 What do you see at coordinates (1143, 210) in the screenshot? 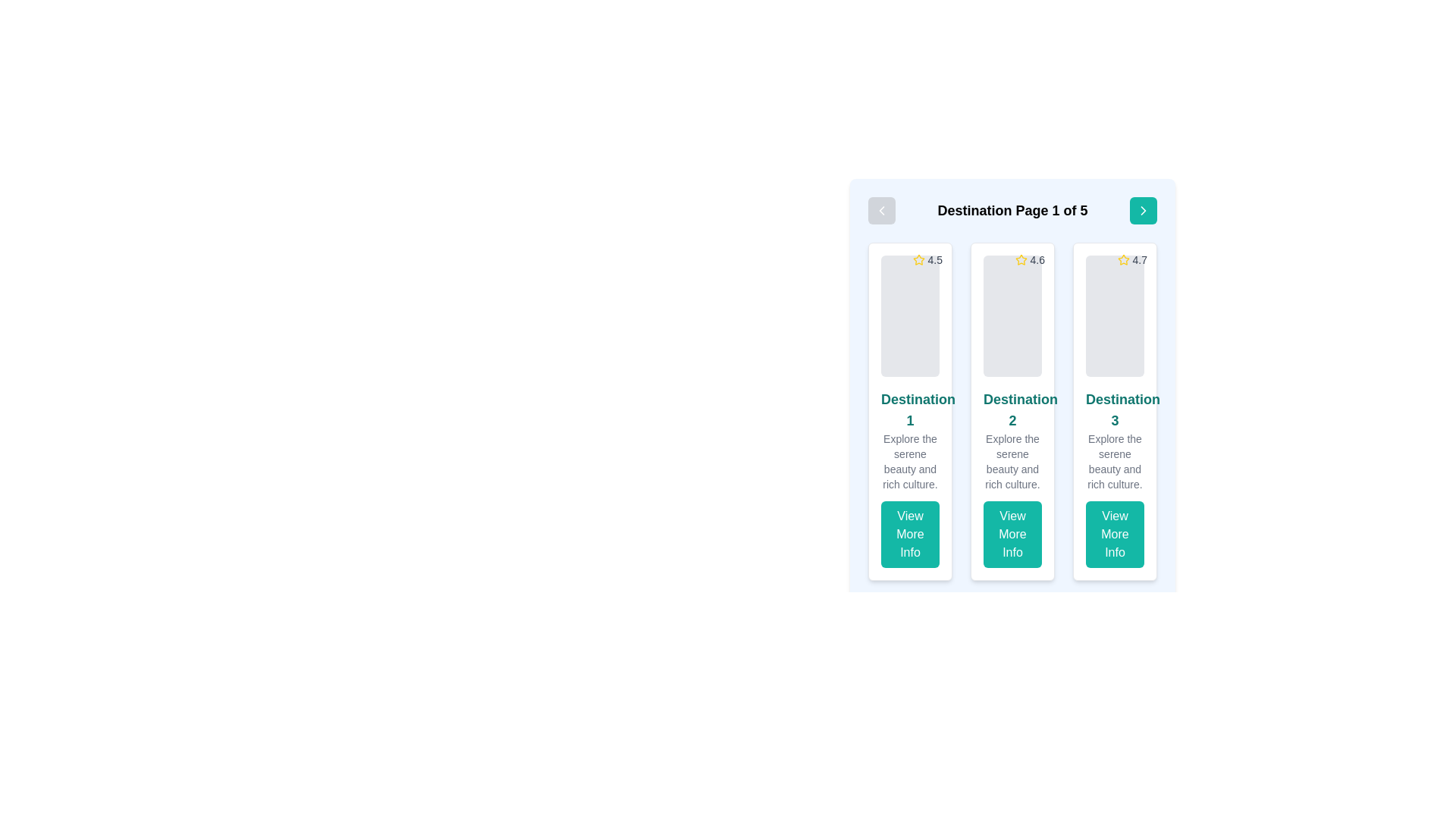
I see `the chevron icon in the top-right corner of the interface` at bounding box center [1143, 210].